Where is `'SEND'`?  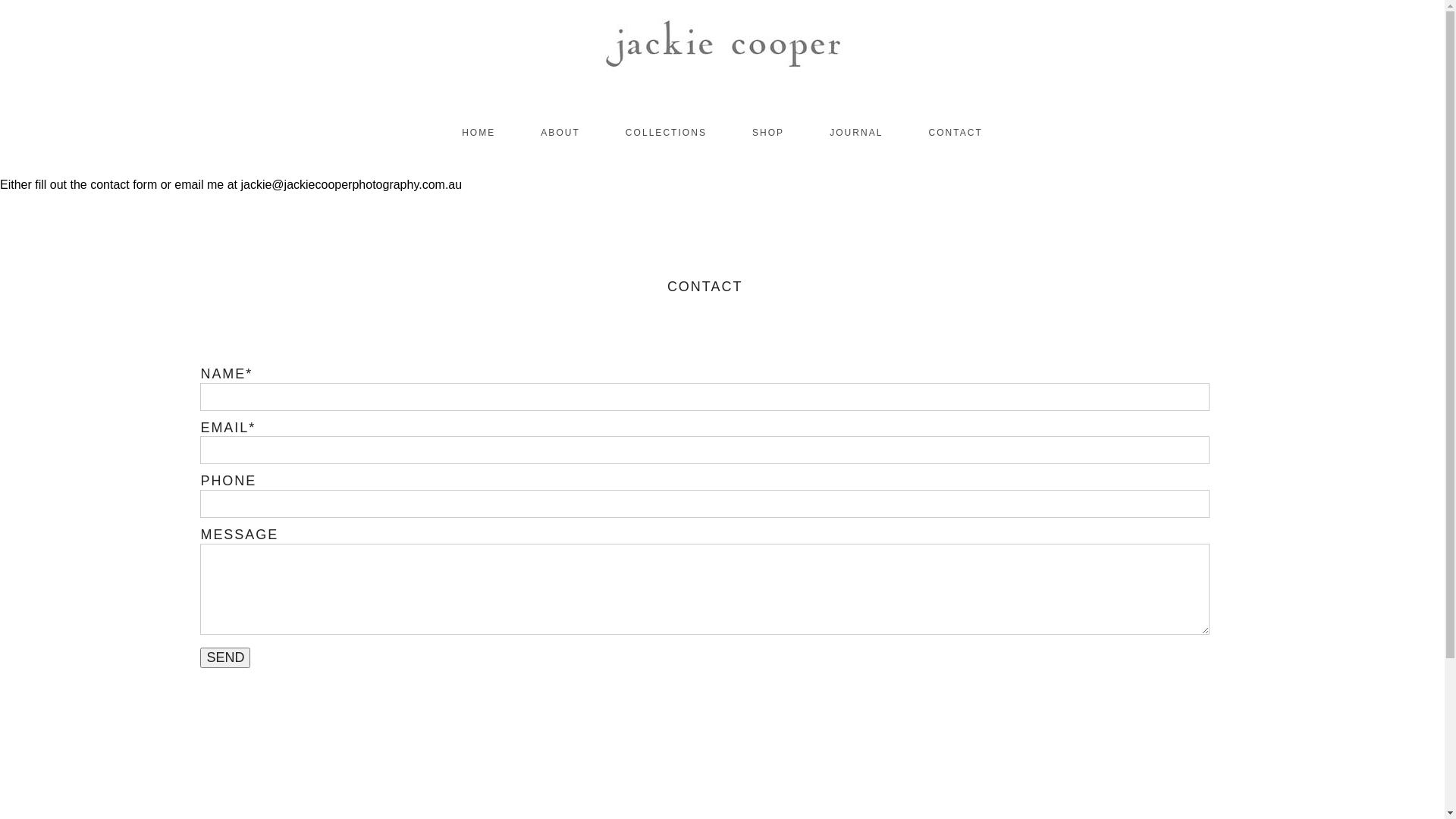
'SEND' is located at coordinates (224, 657).